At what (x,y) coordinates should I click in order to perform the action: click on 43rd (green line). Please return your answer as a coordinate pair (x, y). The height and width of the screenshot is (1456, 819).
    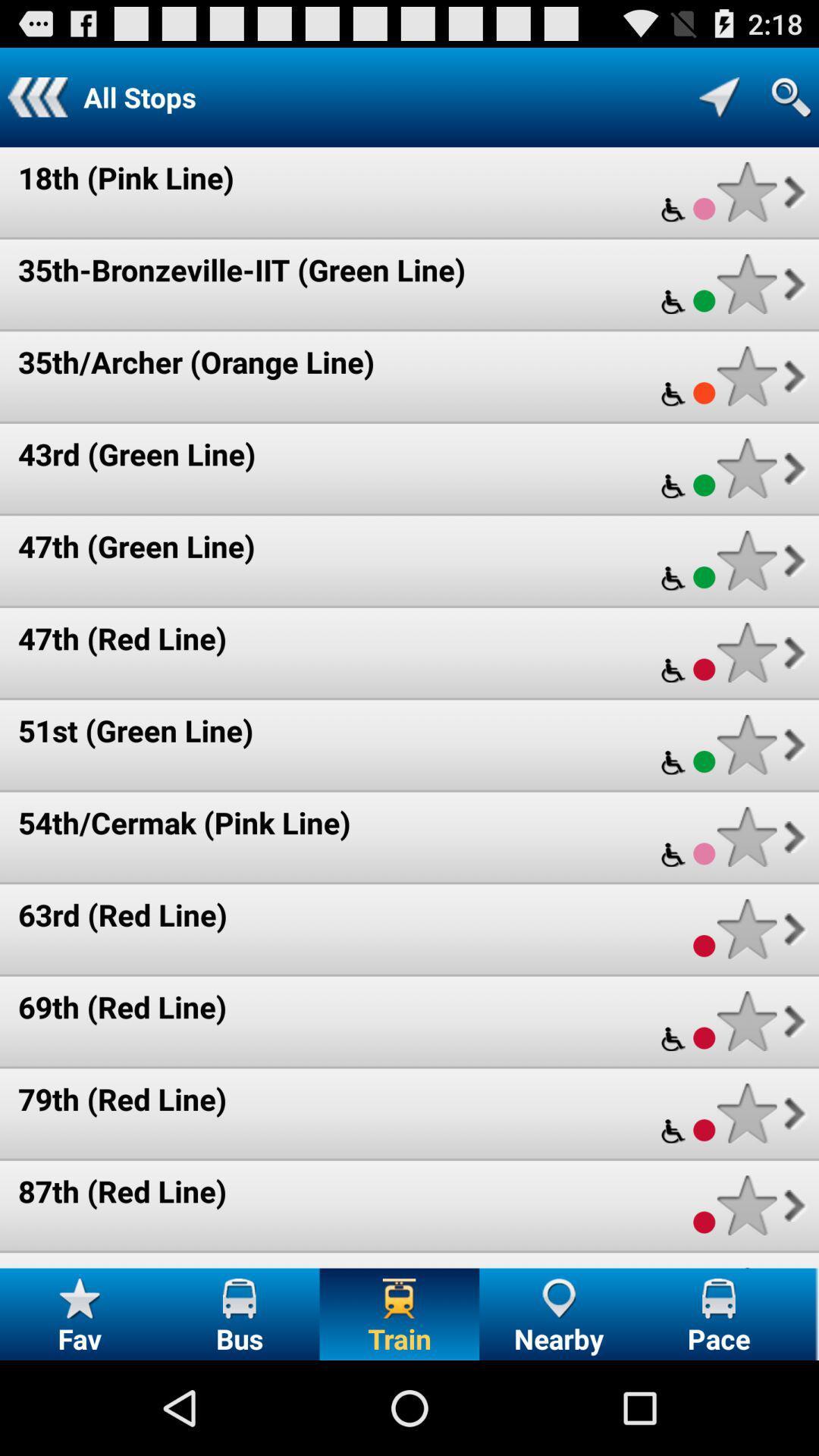
    Looking at the image, I should click on (136, 453).